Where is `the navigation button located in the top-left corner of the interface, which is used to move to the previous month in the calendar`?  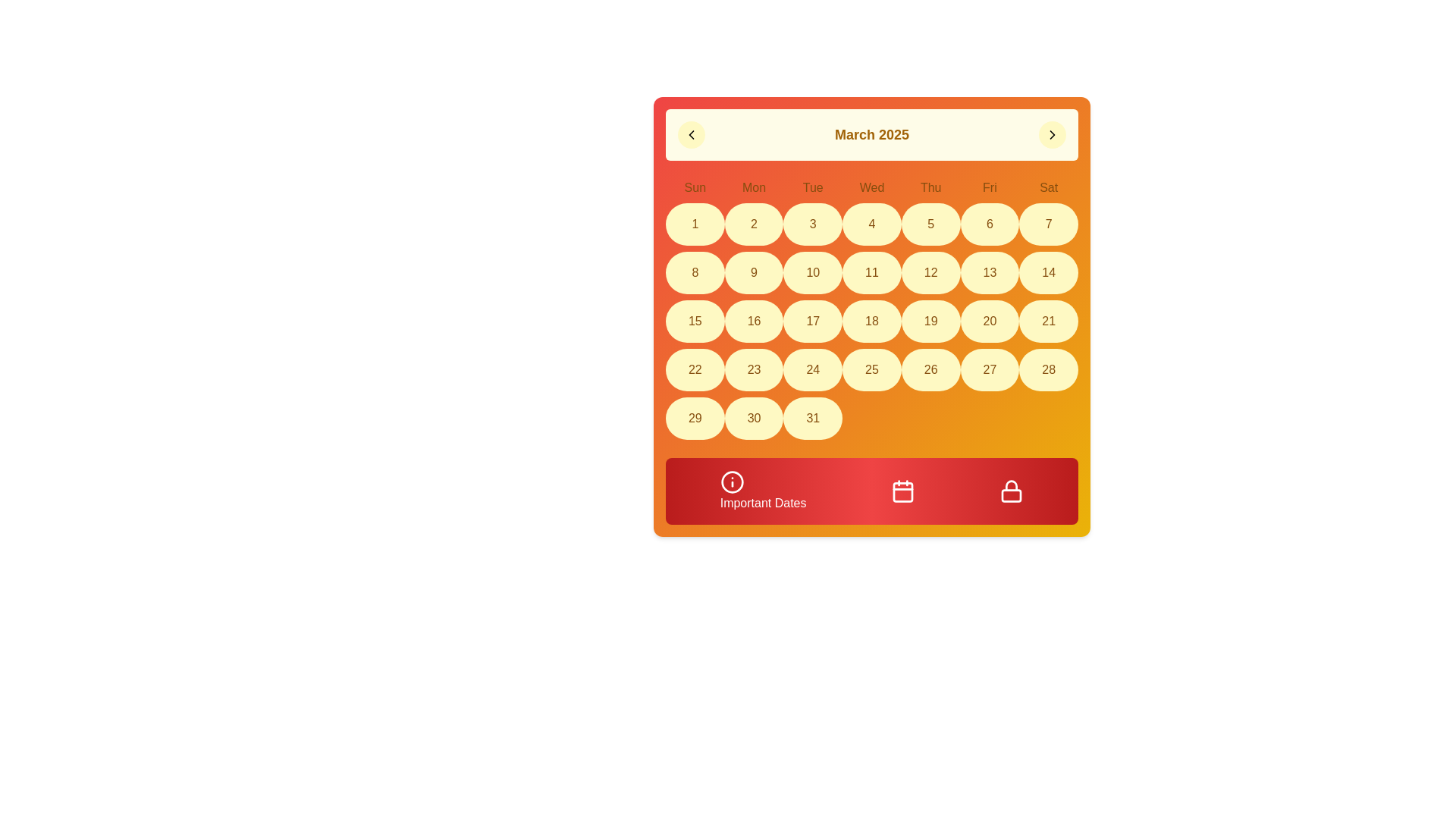
the navigation button located in the top-left corner of the interface, which is used to move to the previous month in the calendar is located at coordinates (691, 133).